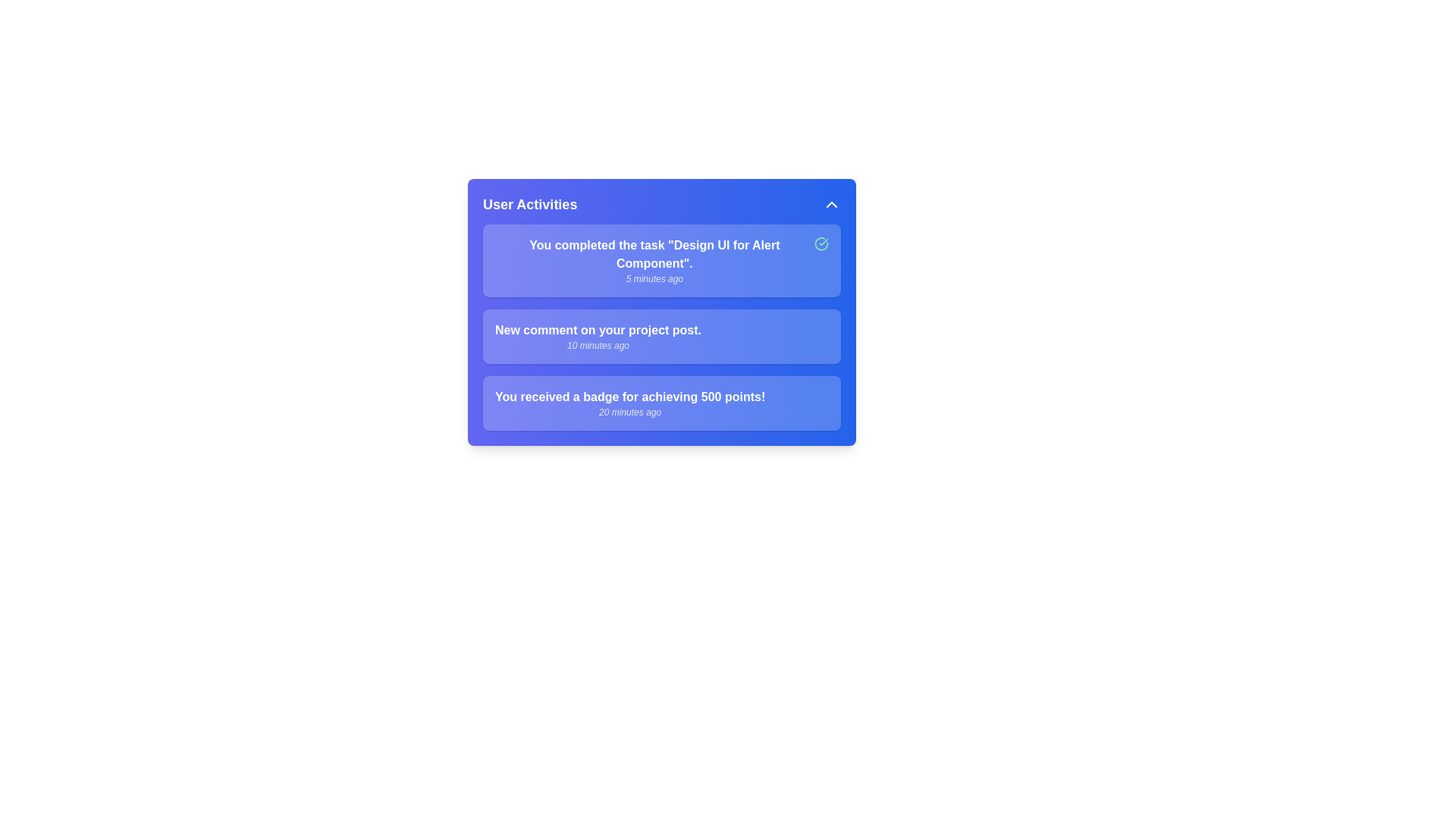 Image resolution: width=1456 pixels, height=819 pixels. I want to click on the text label that reads '5 minutes ago', styled in a small, italicized gray font, located below the task completion heading in the 'User Activities' section, so click(654, 278).